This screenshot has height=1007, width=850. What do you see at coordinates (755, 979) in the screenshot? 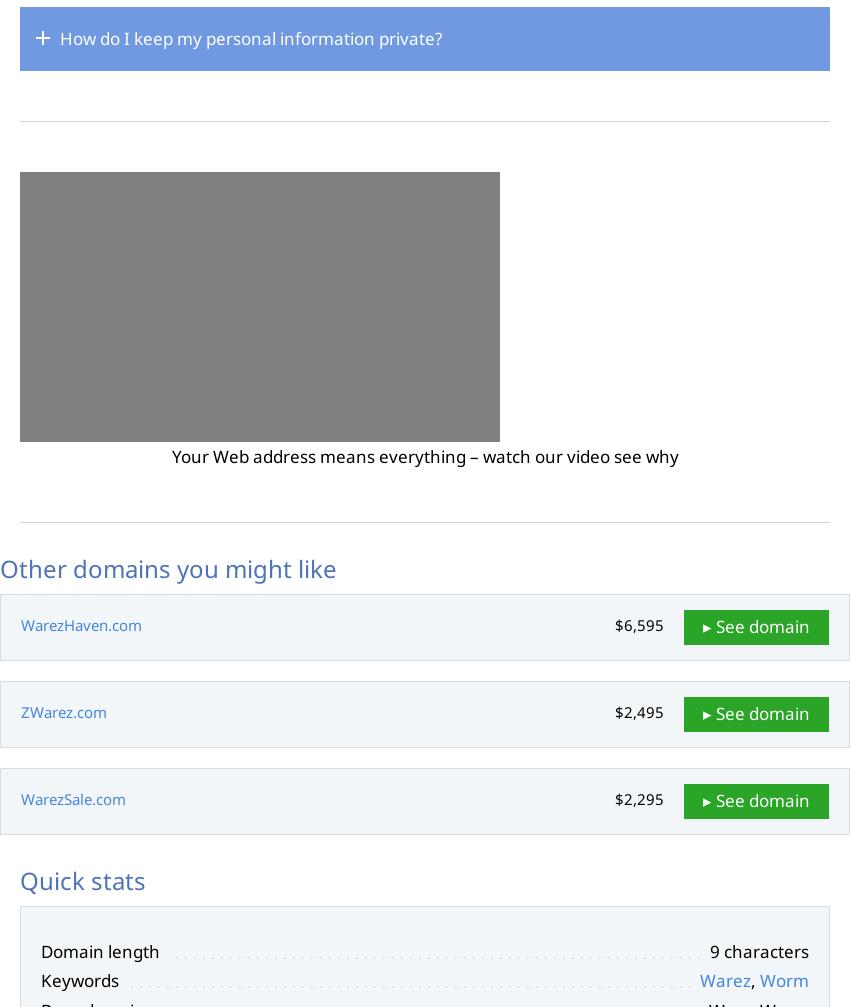
I see `','` at bounding box center [755, 979].